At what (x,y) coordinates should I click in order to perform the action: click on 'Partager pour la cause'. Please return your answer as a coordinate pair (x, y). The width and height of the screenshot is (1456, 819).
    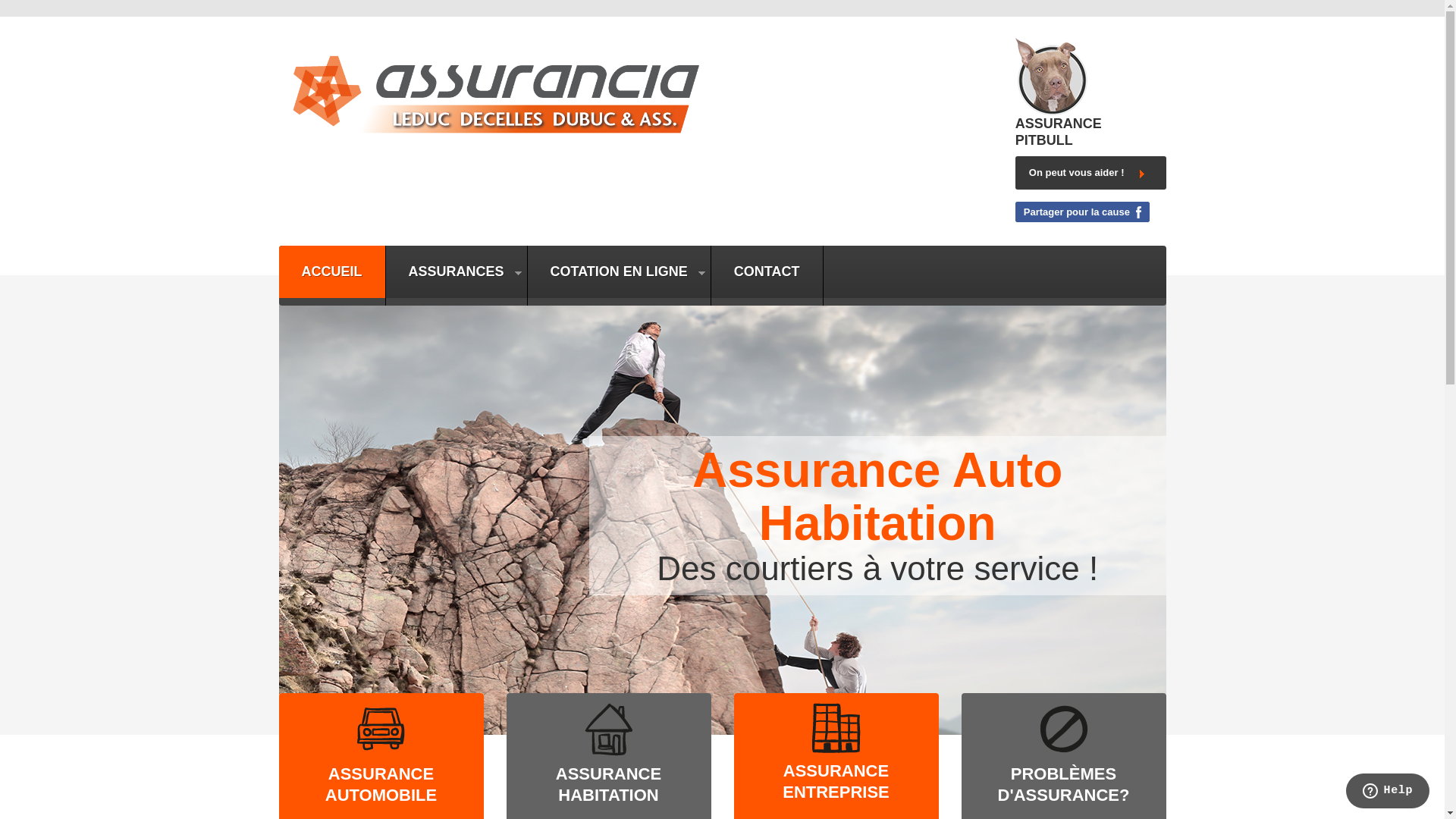
    Looking at the image, I should click on (1015, 212).